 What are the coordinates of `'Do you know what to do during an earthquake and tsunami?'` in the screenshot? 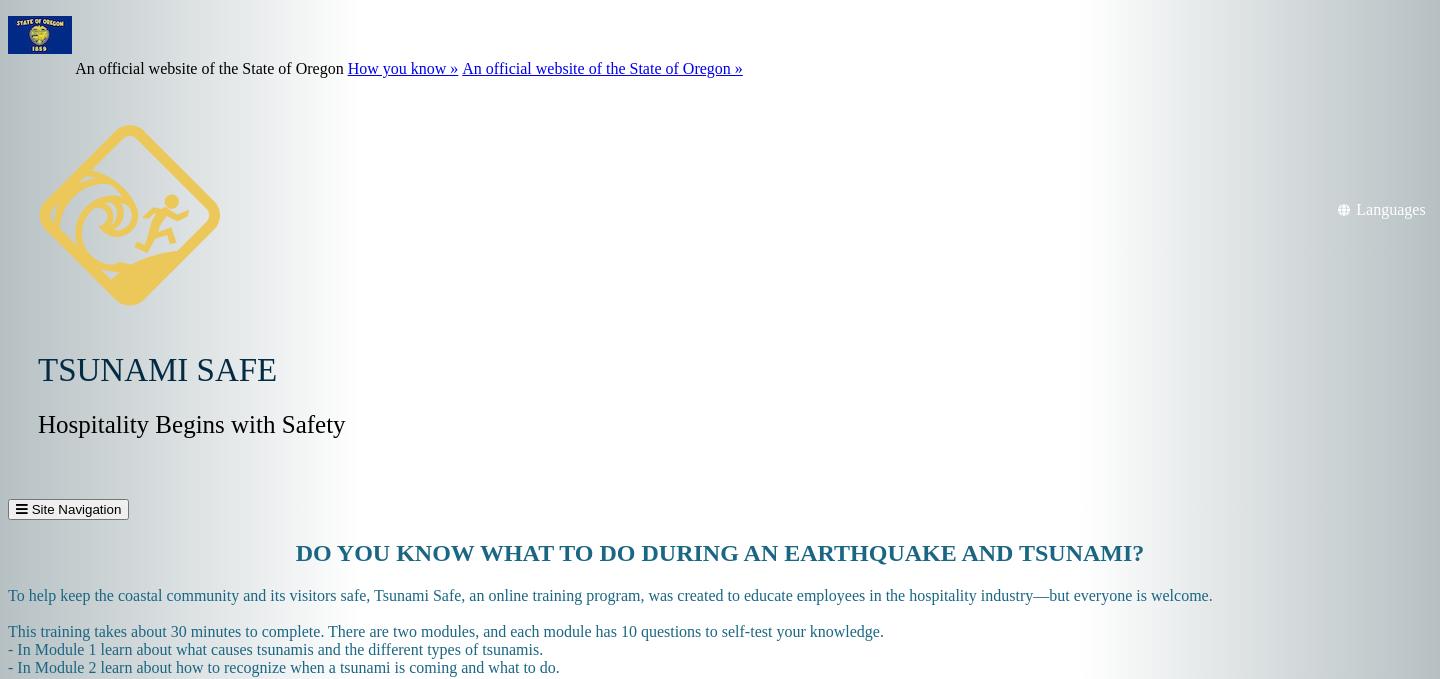 It's located at (294, 552).